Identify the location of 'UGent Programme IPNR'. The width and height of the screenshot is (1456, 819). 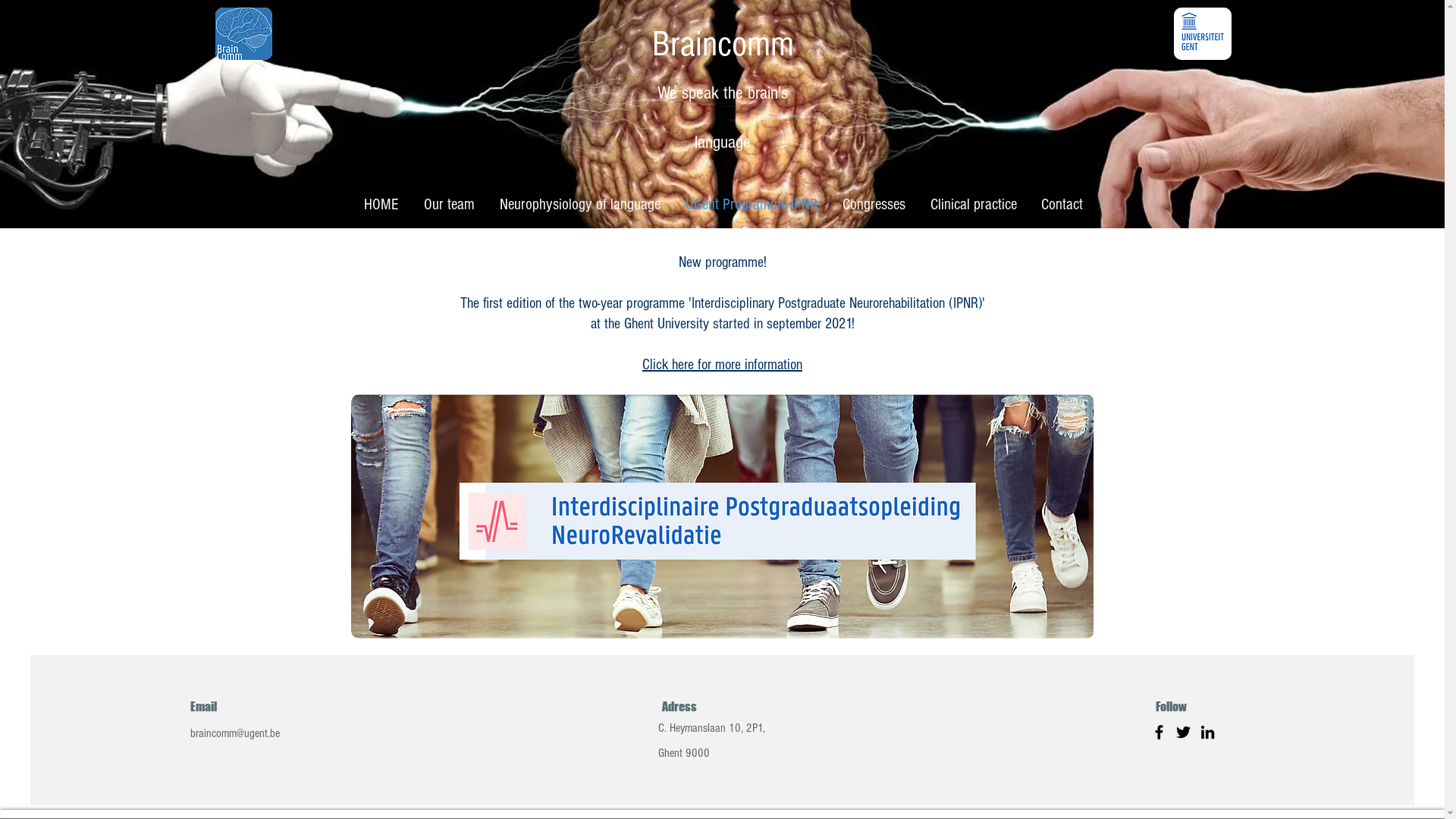
(751, 205).